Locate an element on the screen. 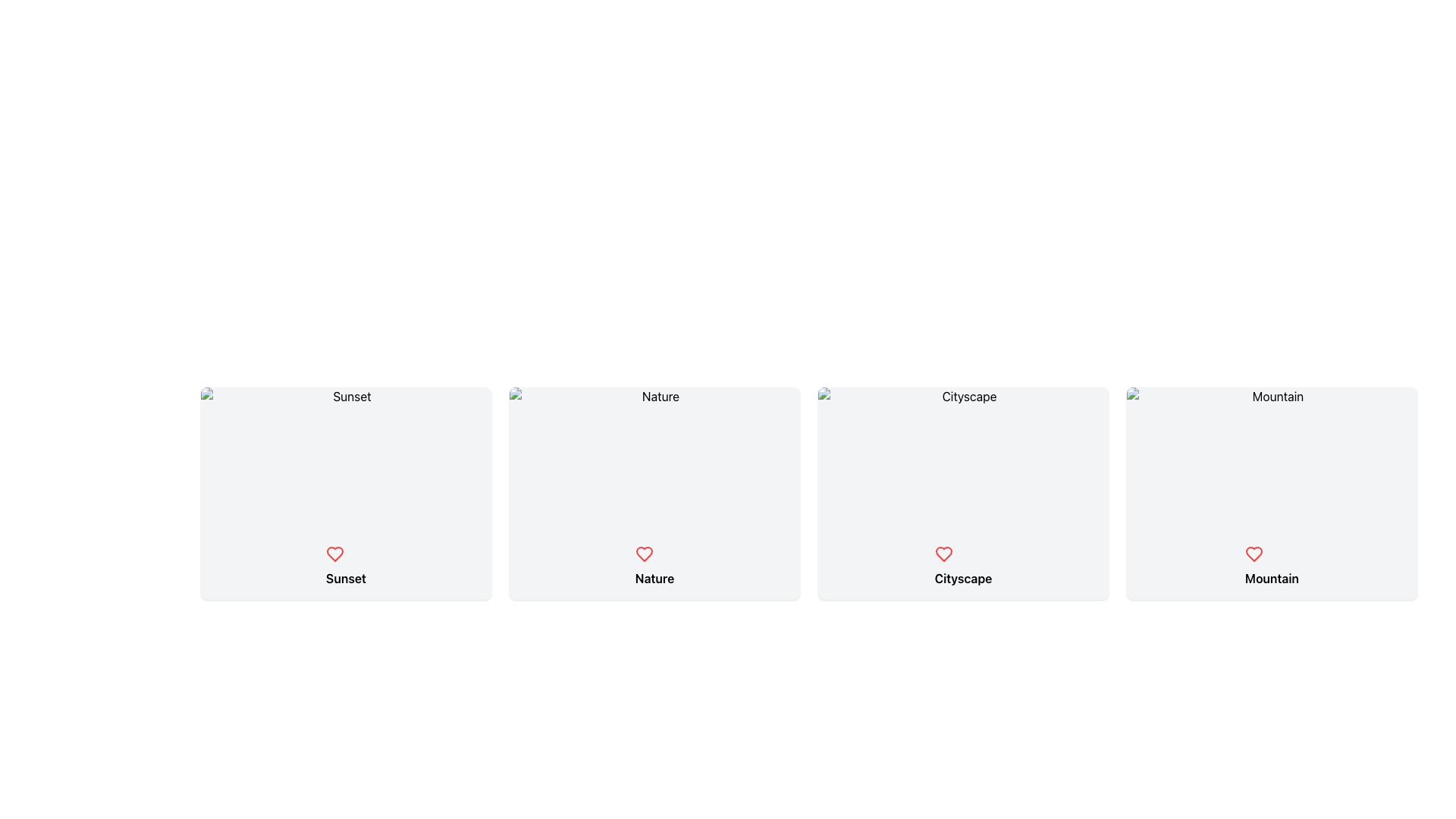 This screenshot has width=1456, height=819. the card component displaying the word 'Nature' with a heart icon in a red color theme, which is the second card in a horizontal list of similar cards is located at coordinates (654, 566).